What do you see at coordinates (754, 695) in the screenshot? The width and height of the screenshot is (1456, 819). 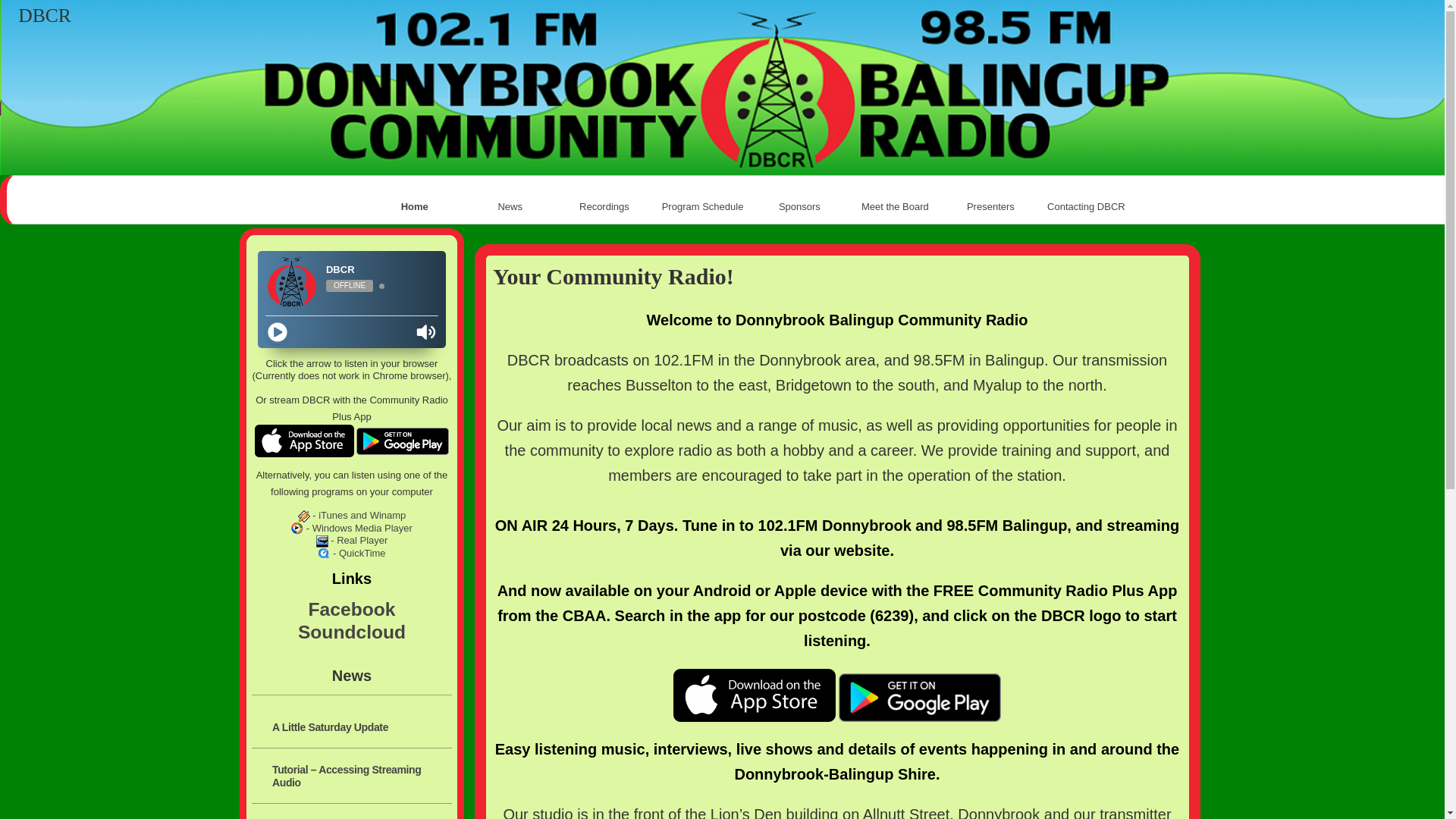 I see `'App Store'` at bounding box center [754, 695].